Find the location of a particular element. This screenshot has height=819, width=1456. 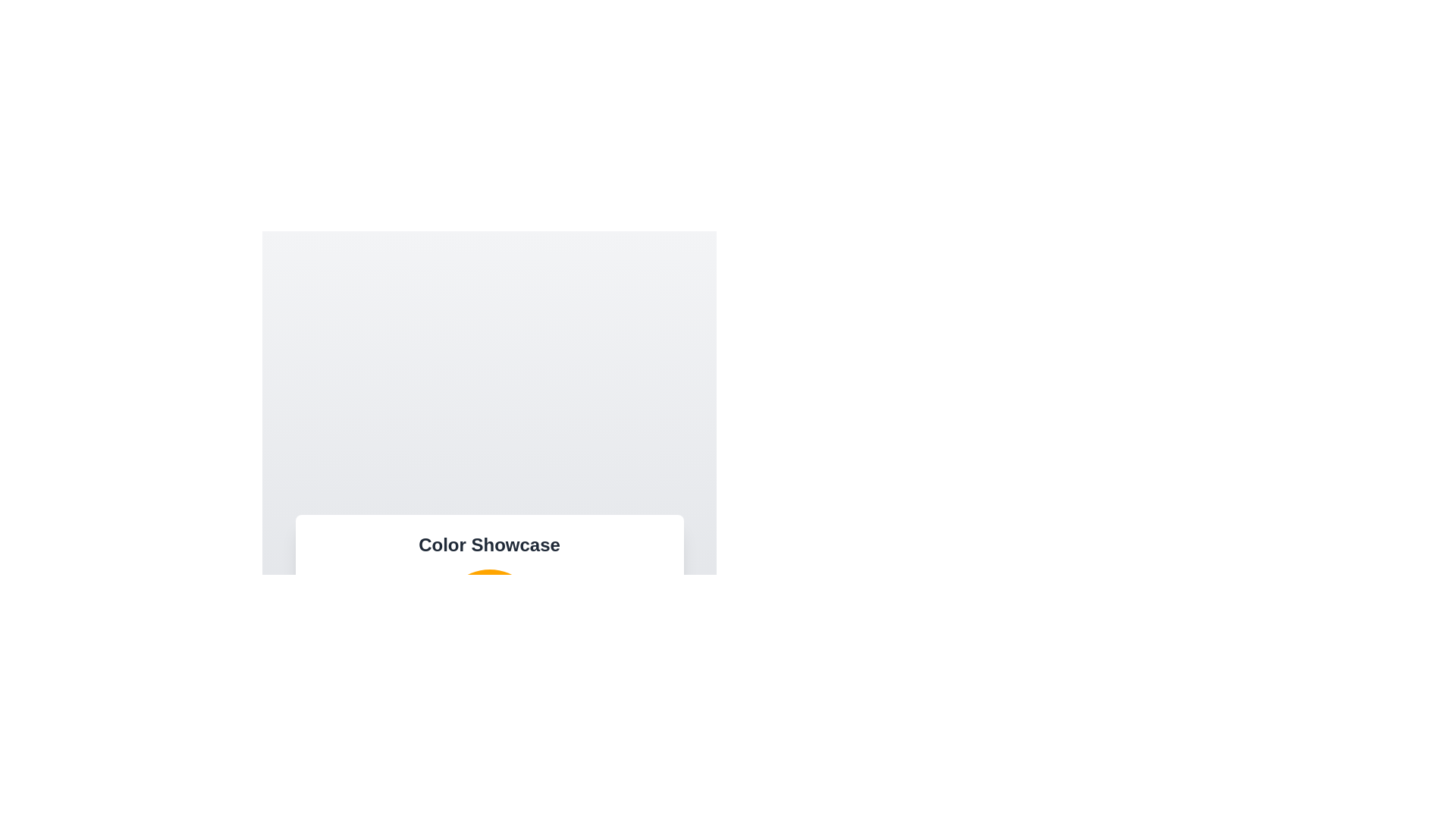

the 'Color Showcase' text label, which is displayed in bold, large dark gray font at the top of a centered card with a white background is located at coordinates (489, 544).